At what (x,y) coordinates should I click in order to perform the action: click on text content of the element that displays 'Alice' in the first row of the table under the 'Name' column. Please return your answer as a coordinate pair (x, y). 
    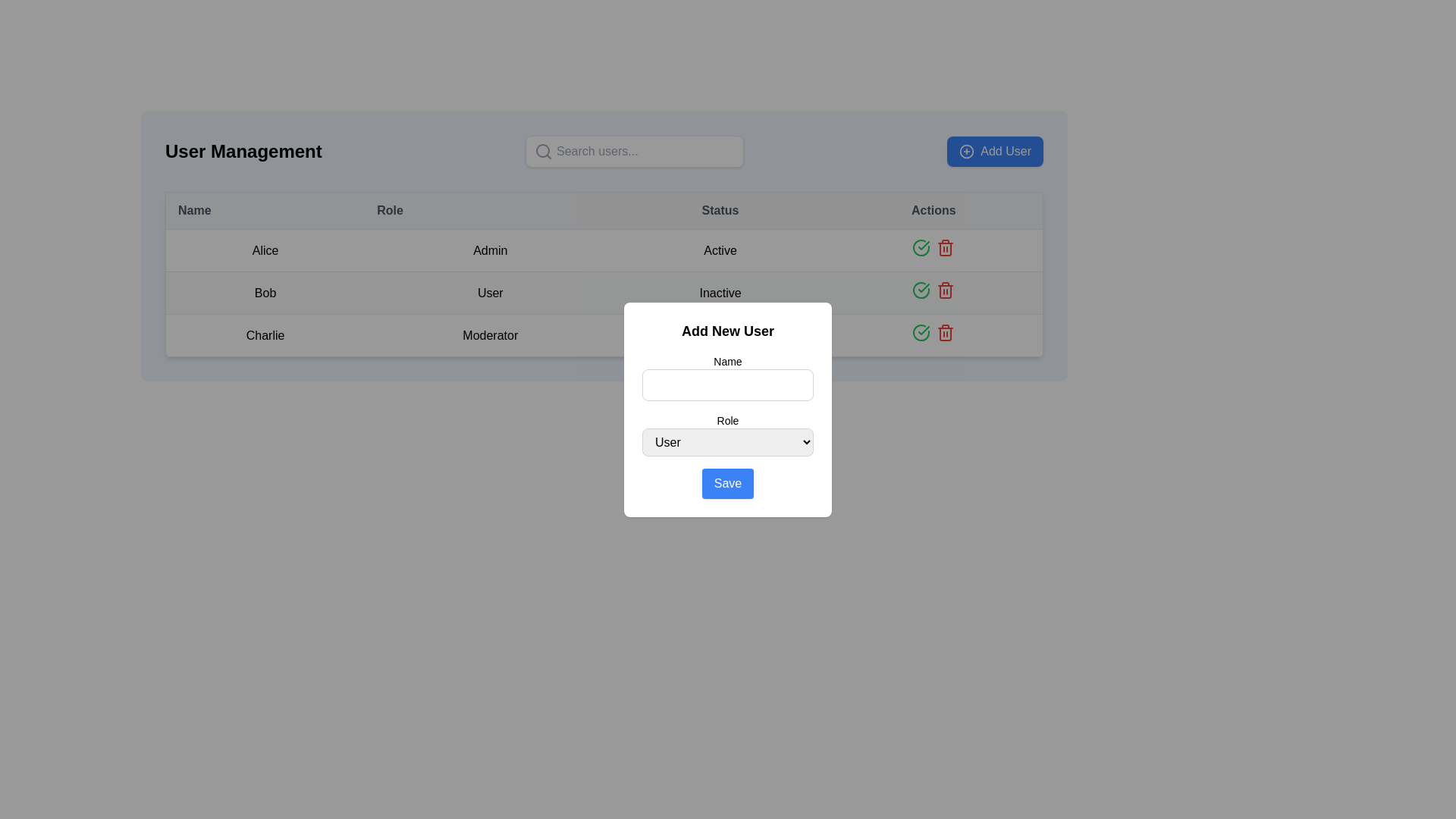
    Looking at the image, I should click on (265, 249).